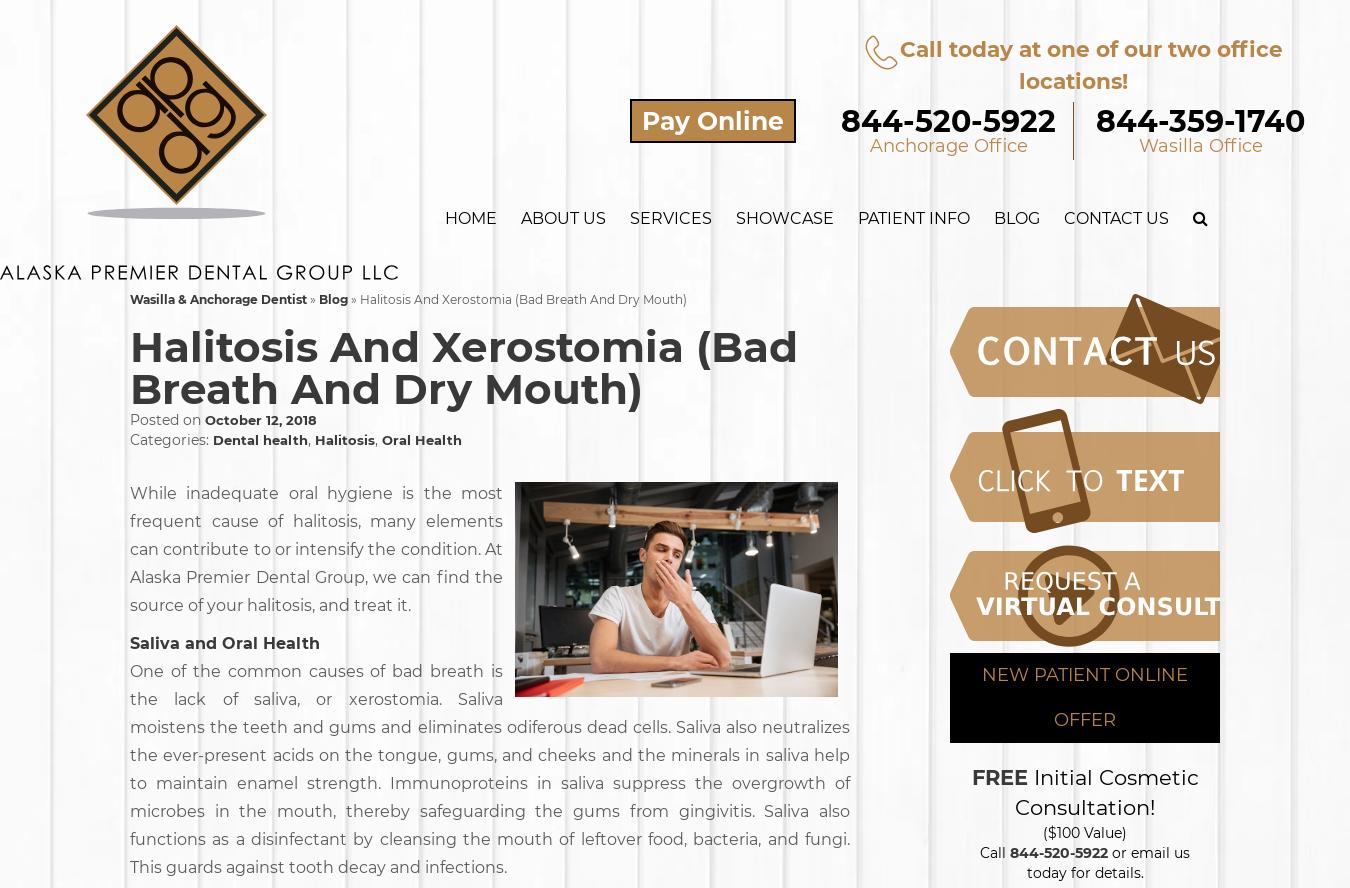  What do you see at coordinates (562, 217) in the screenshot?
I see `'About Us'` at bounding box center [562, 217].